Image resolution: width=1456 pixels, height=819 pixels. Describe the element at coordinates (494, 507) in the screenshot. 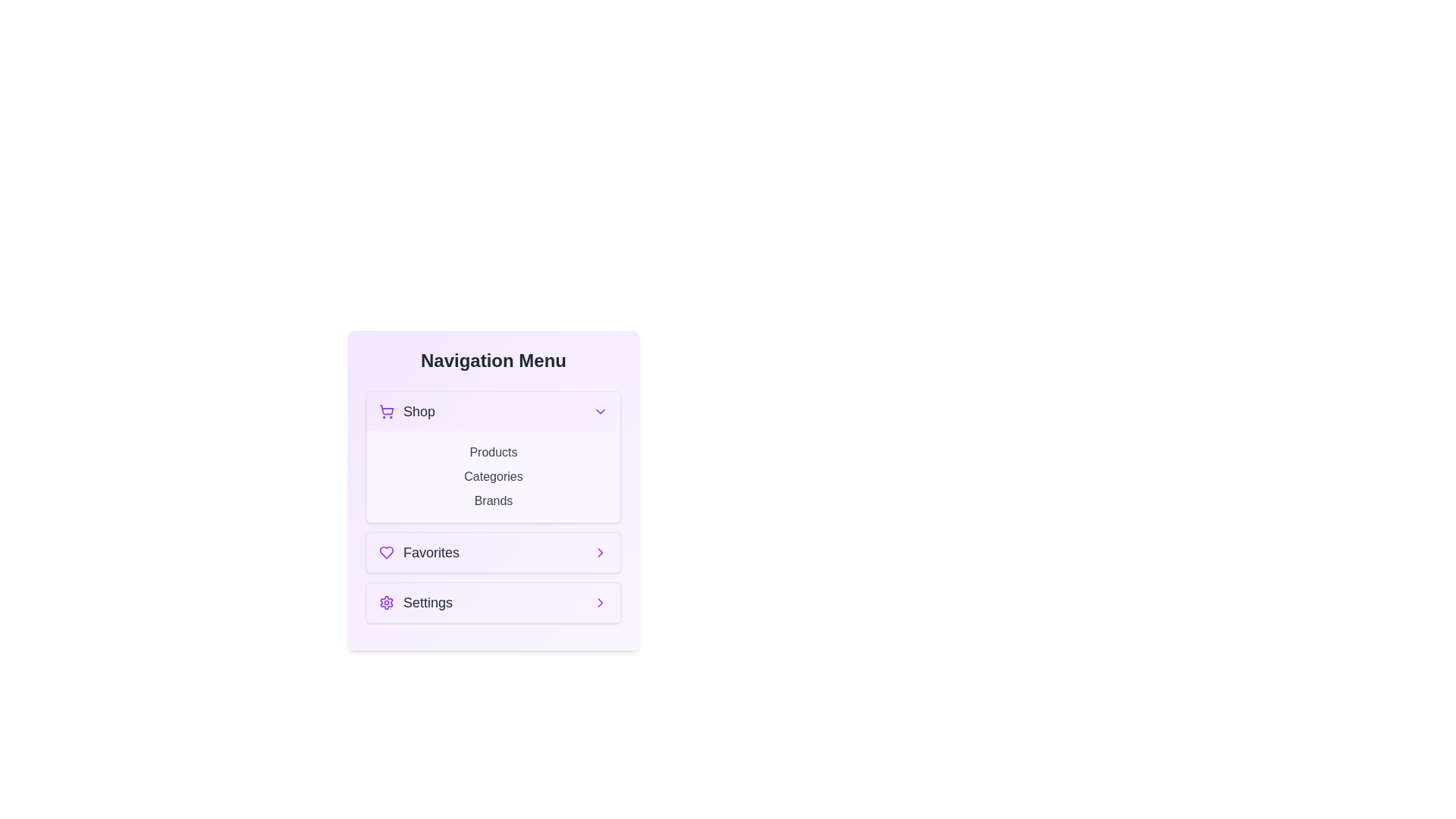

I see `the 'Brands' text label, which is the third item in the 'Shop' dropdown menu` at that location.